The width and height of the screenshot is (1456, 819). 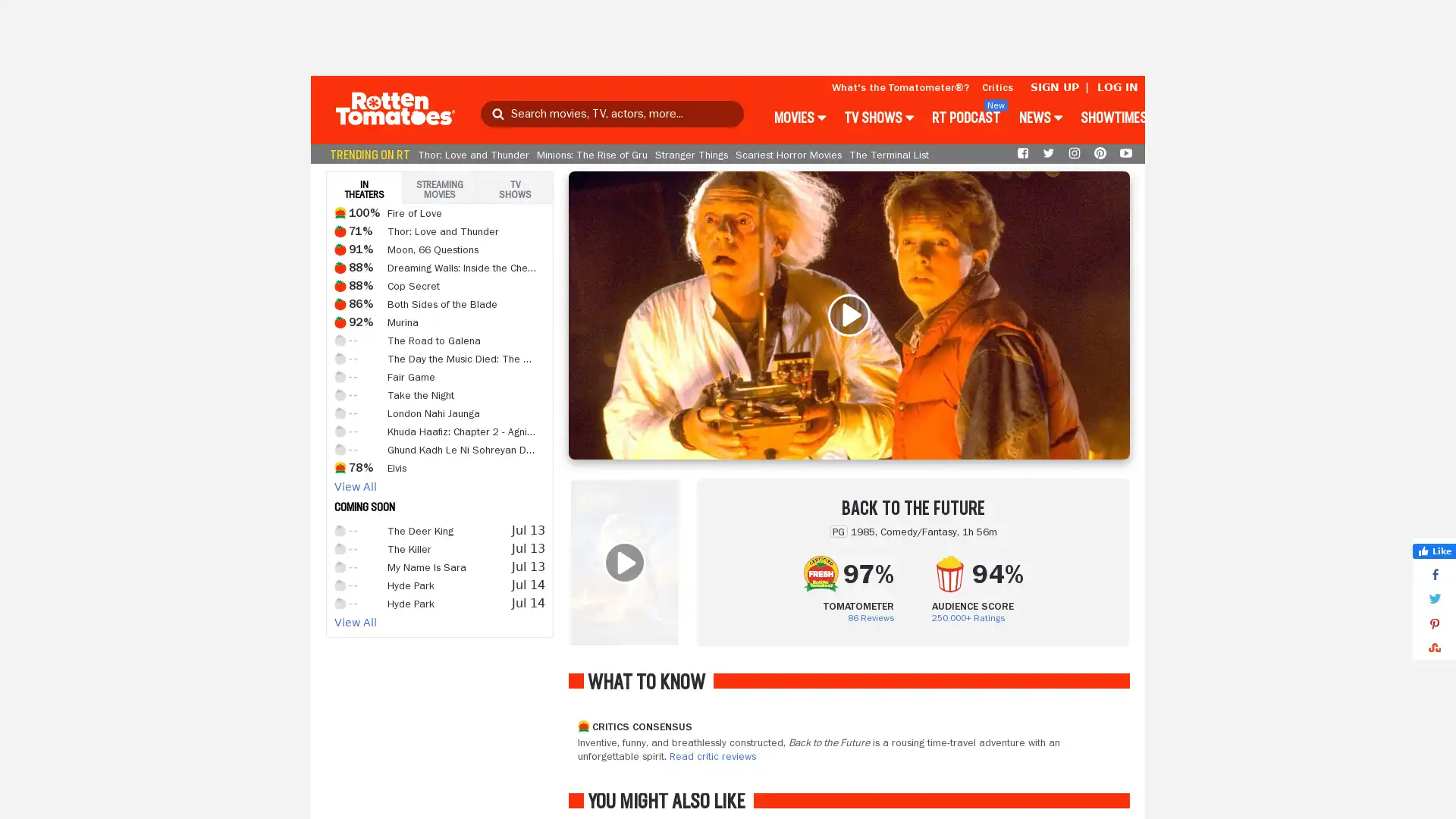 What do you see at coordinates (438, 187) in the screenshot?
I see `STREAMING MOVIES` at bounding box center [438, 187].